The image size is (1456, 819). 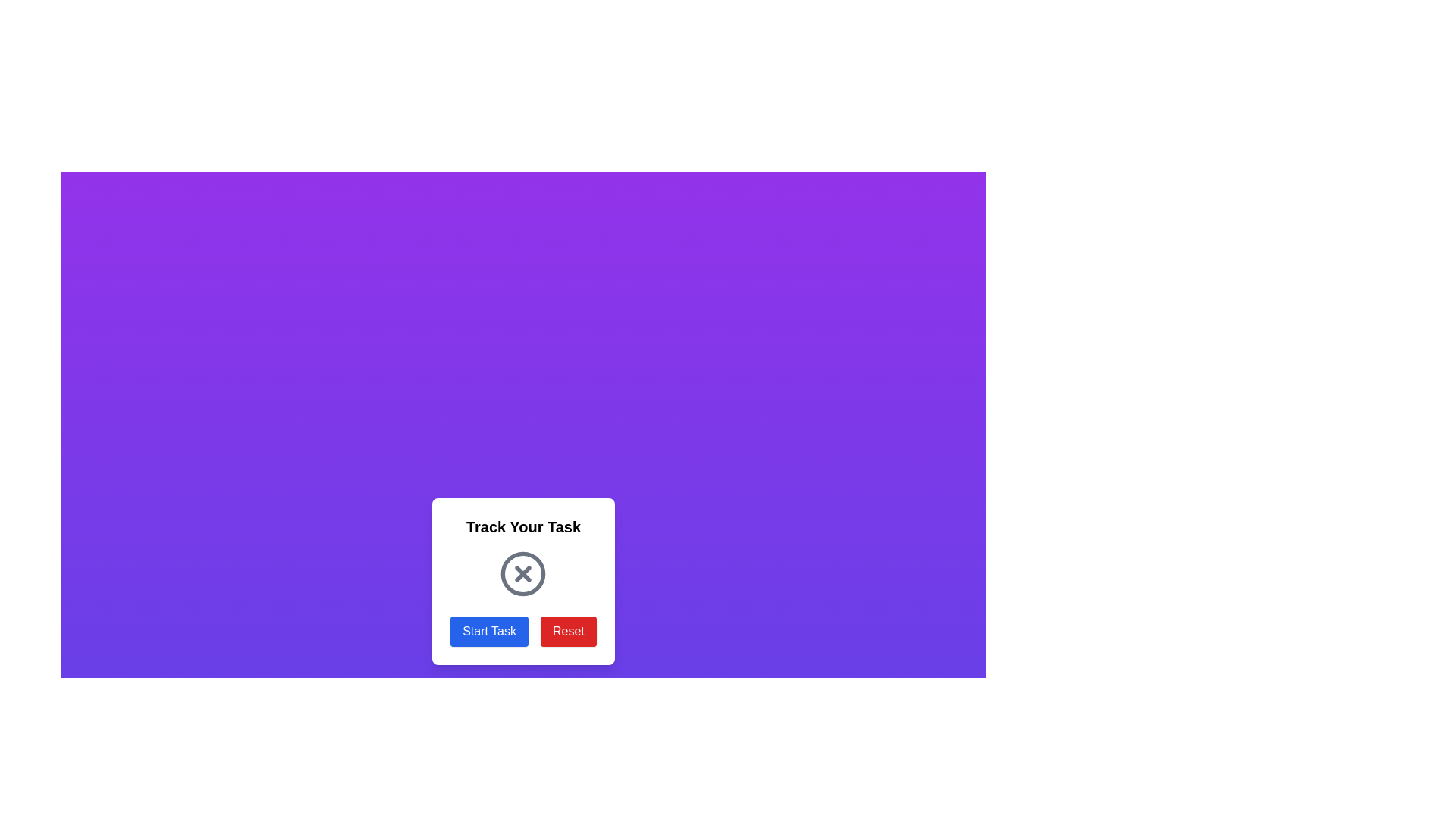 What do you see at coordinates (523, 573) in the screenshot?
I see `the icon that serves as a visual indicator for closing or canceling an action, positioned centrally within the card above the 'Start Task' and 'Reset' buttons` at bounding box center [523, 573].